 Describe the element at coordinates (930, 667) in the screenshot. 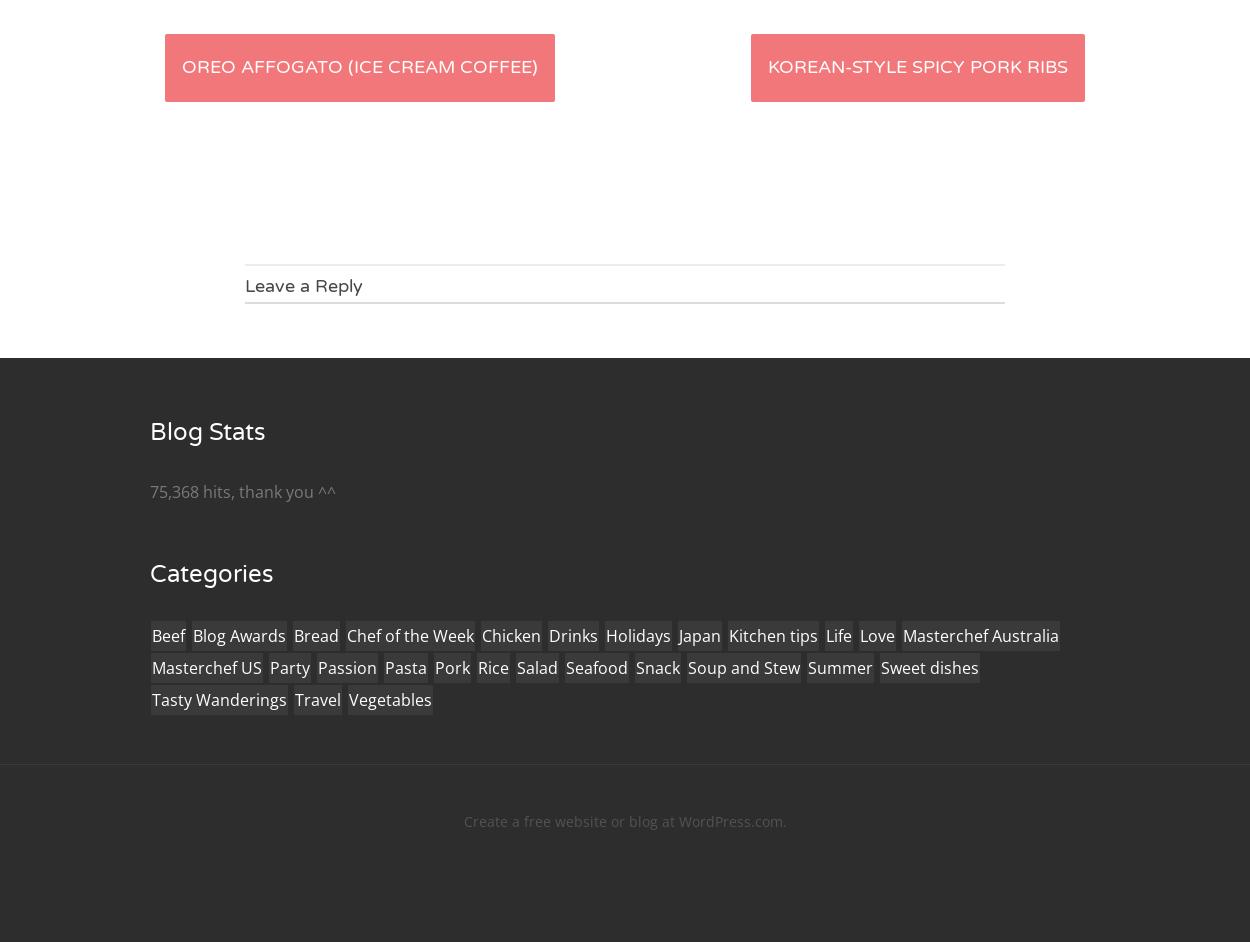

I see `'Sweet dishes'` at that location.